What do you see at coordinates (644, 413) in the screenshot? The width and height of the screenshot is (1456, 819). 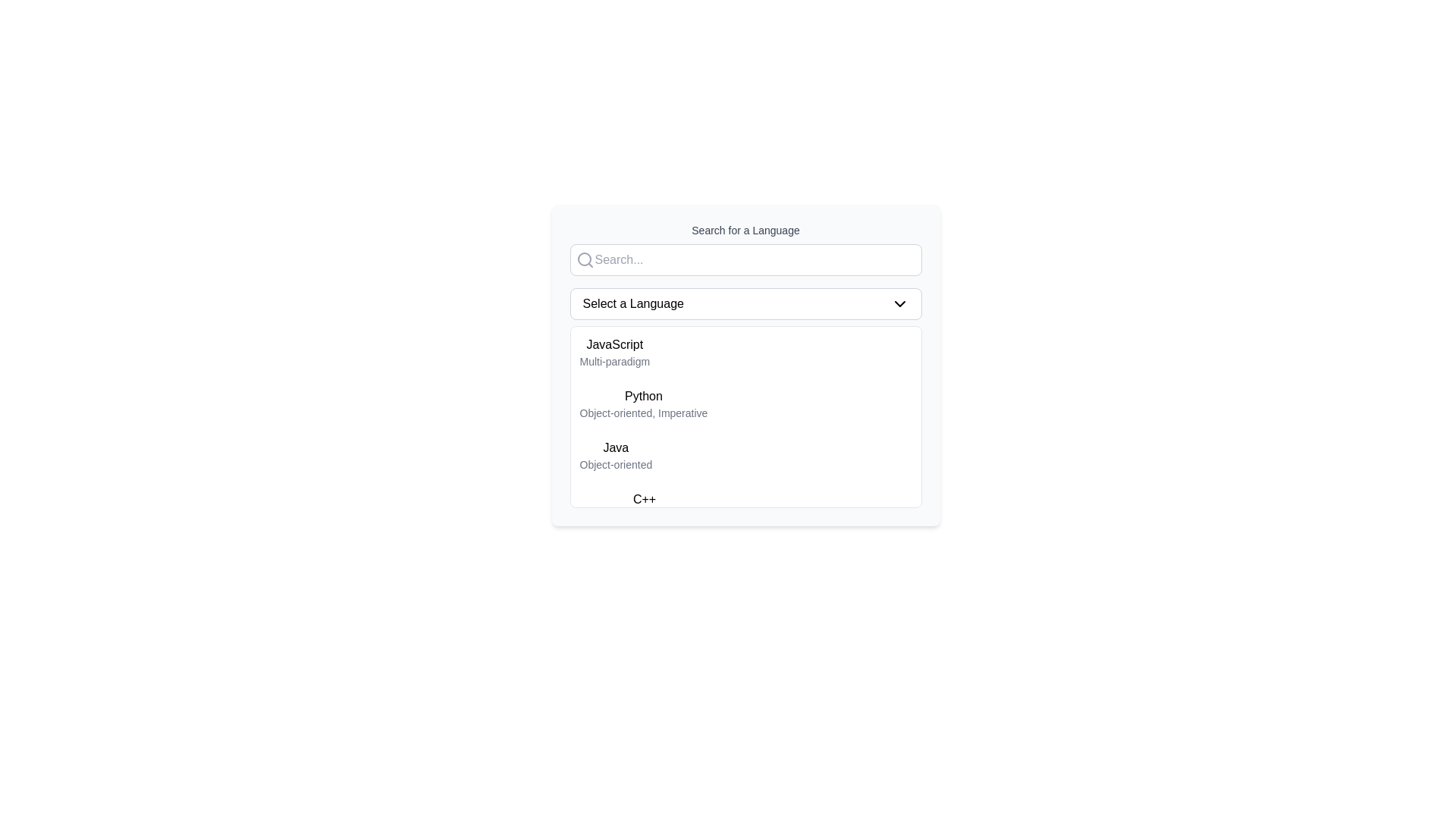 I see `the informational Text label about programming paradigms supported by Python, located below the 'Python' text in the language selection dropdown` at bounding box center [644, 413].